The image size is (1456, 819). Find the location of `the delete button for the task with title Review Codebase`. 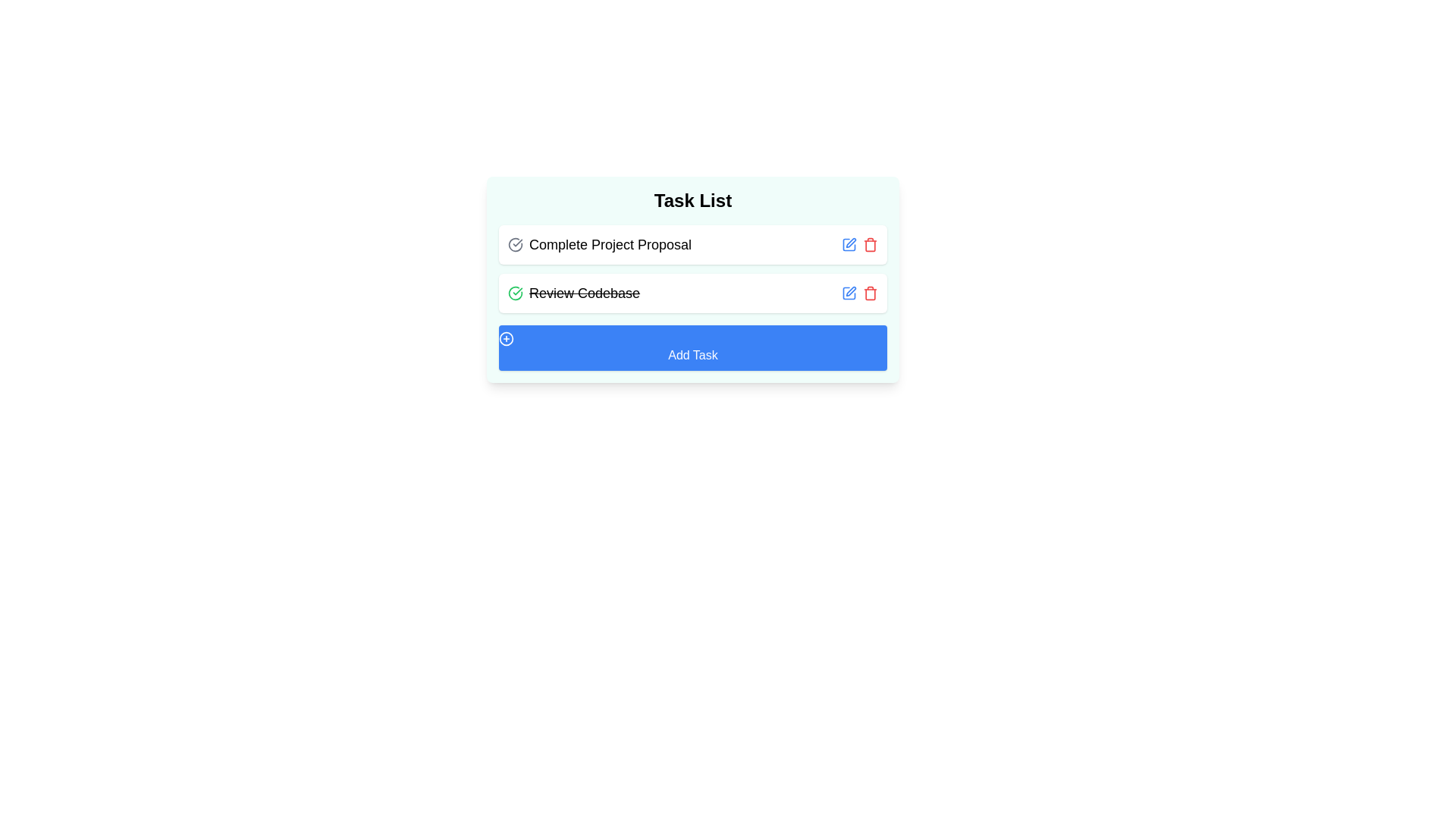

the delete button for the task with title Review Codebase is located at coordinates (870, 293).